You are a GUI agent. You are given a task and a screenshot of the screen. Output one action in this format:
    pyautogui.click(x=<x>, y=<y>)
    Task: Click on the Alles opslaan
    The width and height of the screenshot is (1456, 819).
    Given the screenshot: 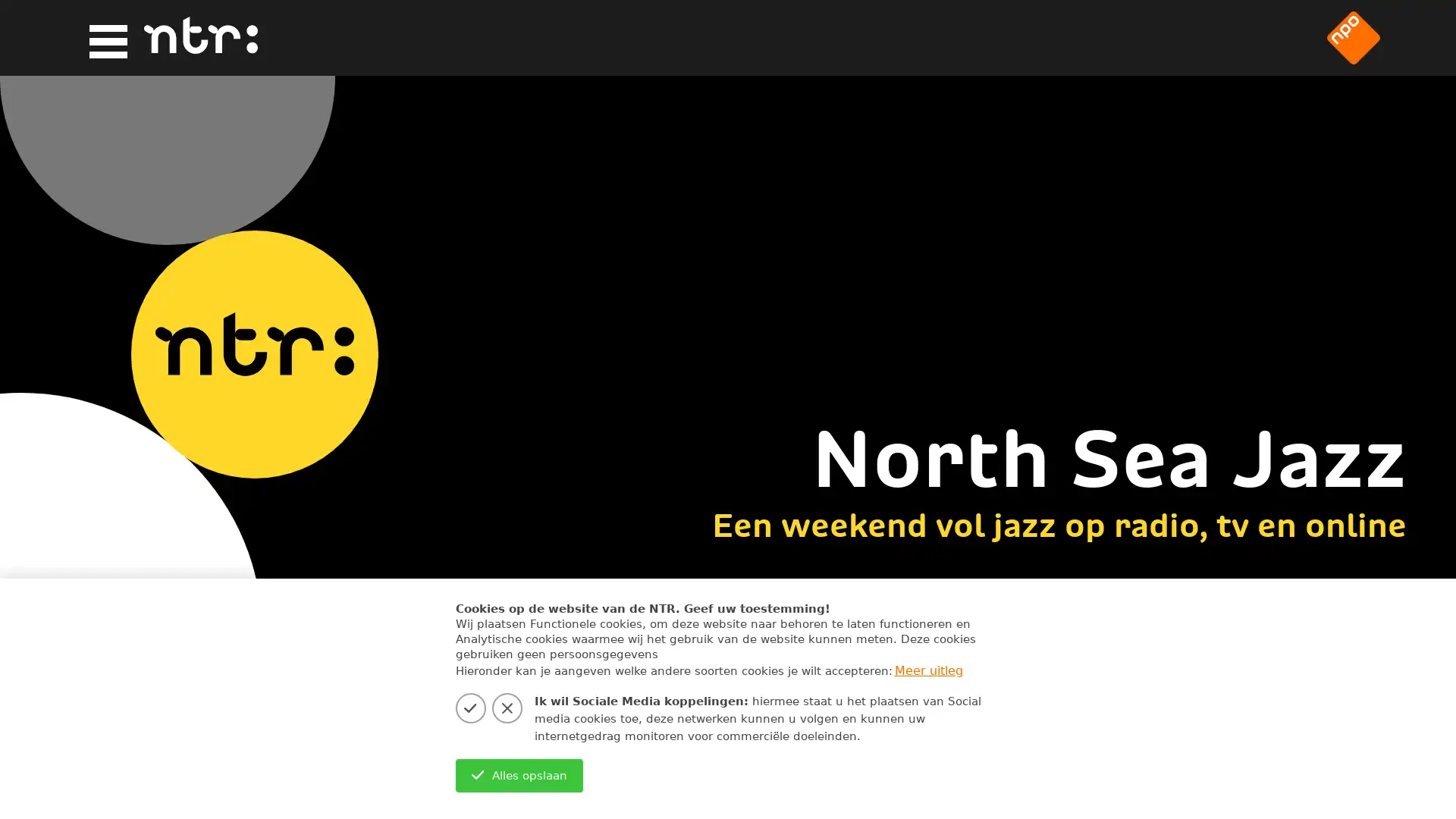 What is the action you would take?
    pyautogui.click(x=519, y=775)
    